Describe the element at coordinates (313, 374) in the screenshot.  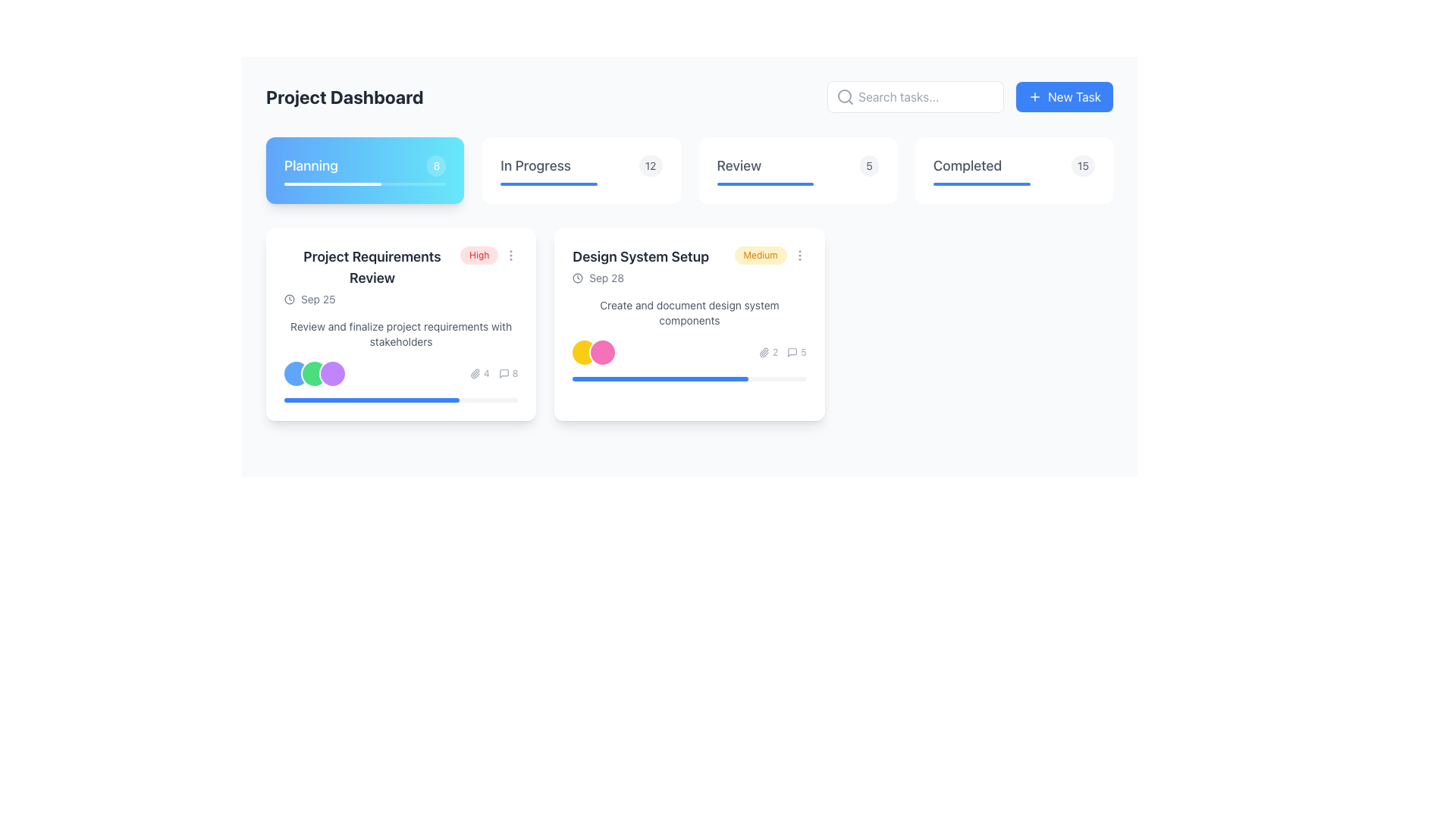
I see `the Avatar group consisting of three overlapping circular avatars in blue, green, and purple, located at the bottom-left of the 'Project Requirements Review' task card` at that location.